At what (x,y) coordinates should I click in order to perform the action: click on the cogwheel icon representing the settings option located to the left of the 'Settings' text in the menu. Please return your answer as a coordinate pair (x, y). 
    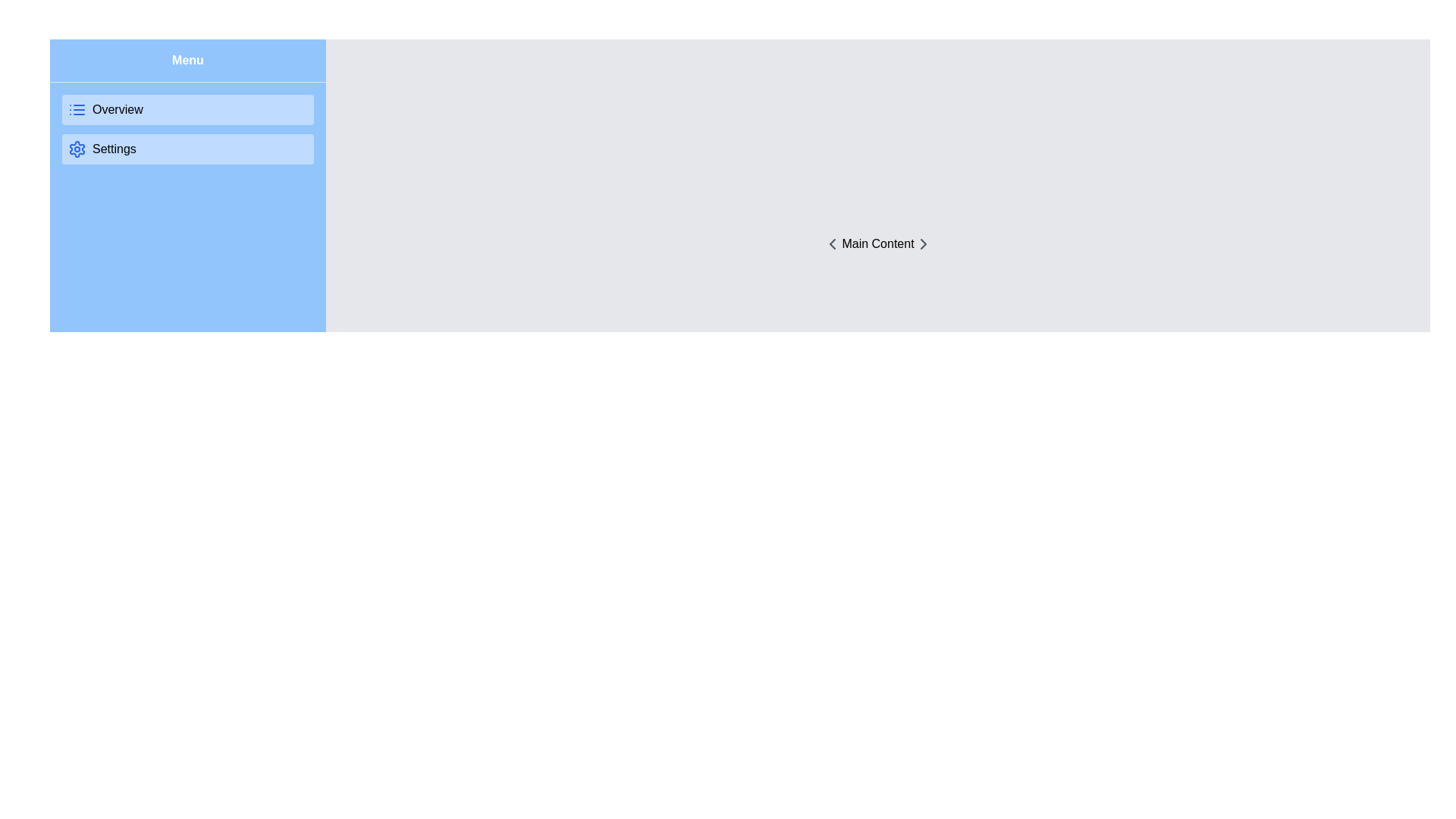
    Looking at the image, I should click on (76, 149).